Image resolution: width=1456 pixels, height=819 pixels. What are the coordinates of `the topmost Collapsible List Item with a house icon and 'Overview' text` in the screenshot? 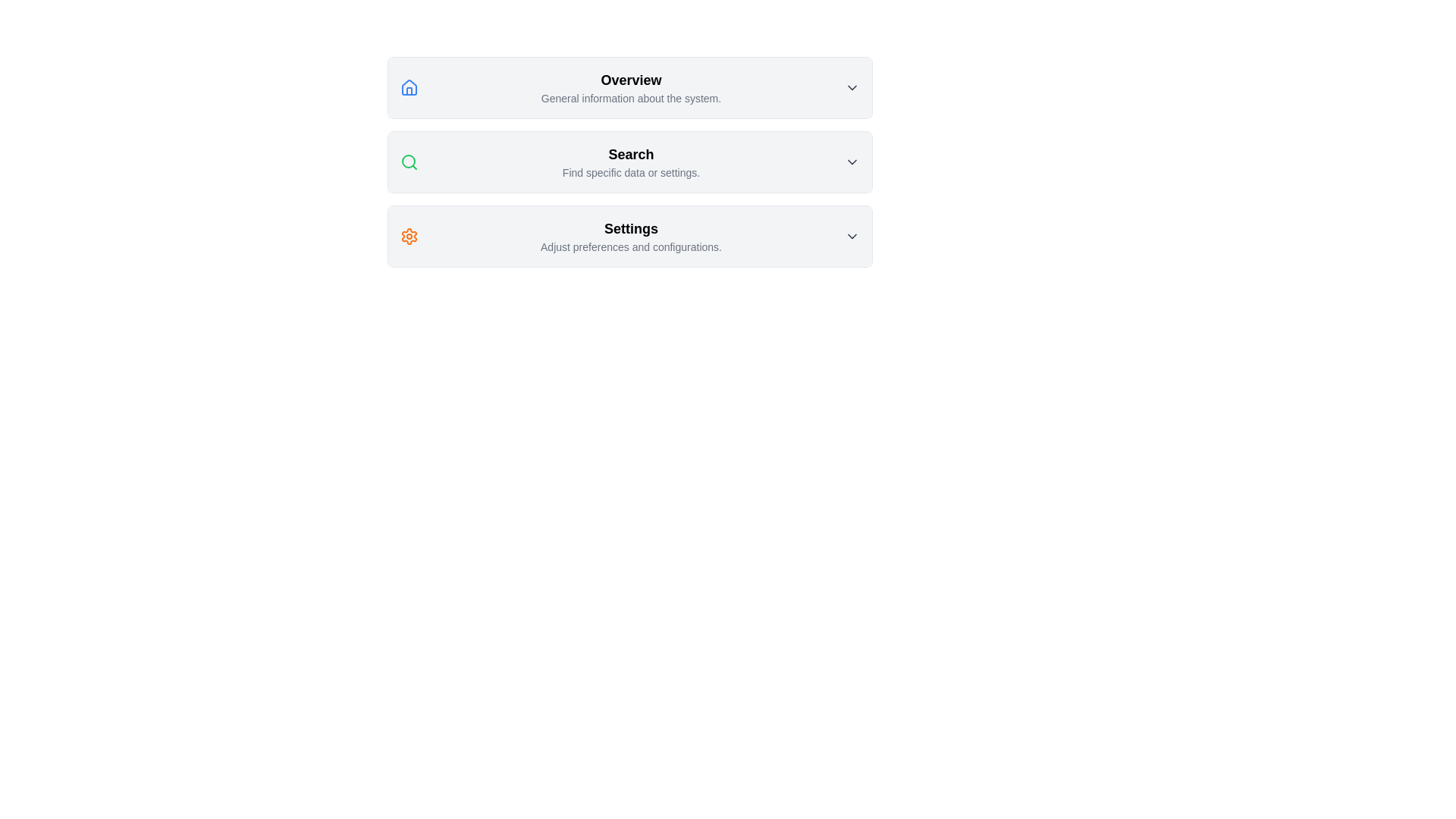 It's located at (629, 87).